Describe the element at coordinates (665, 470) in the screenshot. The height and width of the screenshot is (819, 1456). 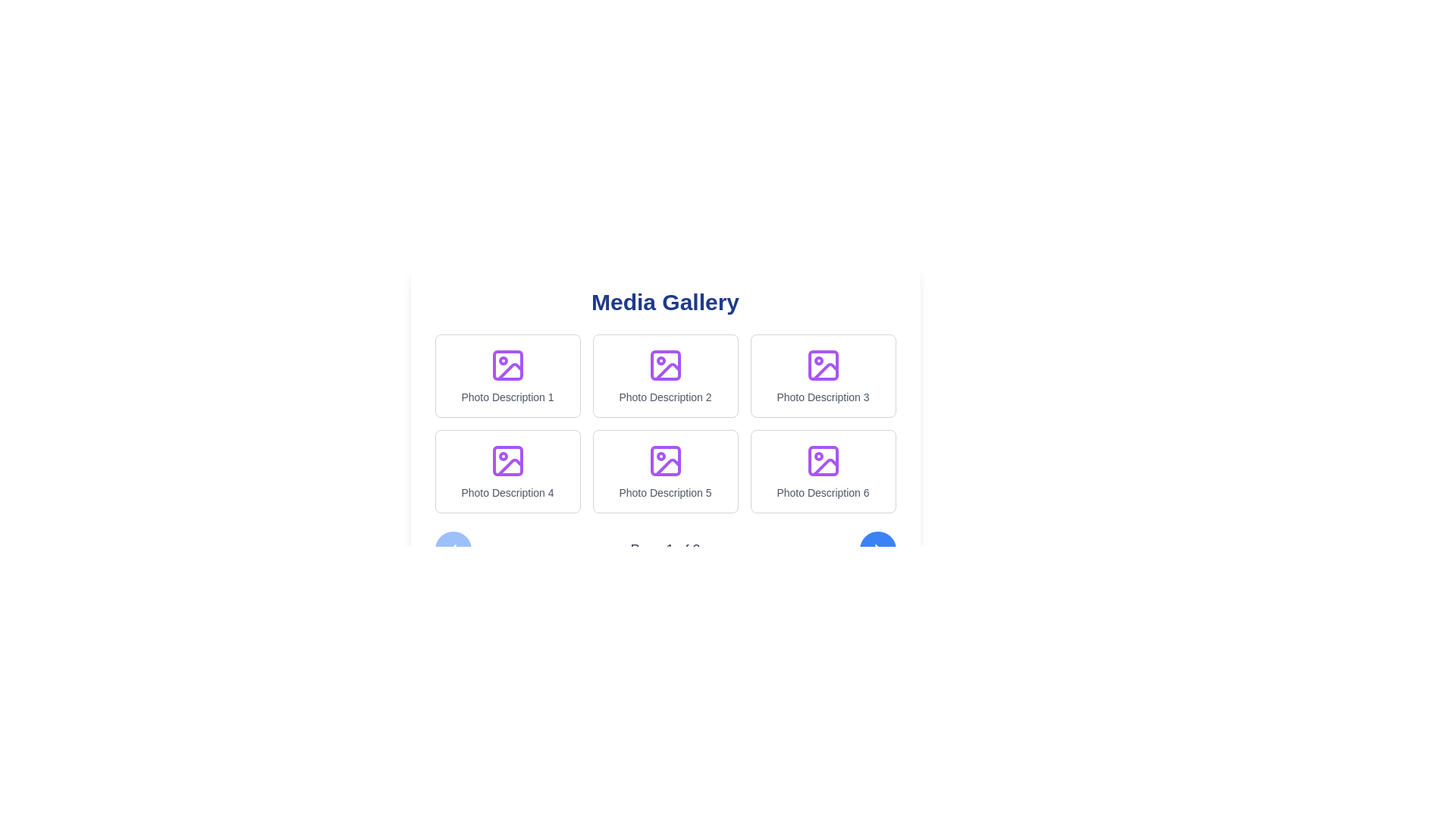
I see `the card component with a white background and gray border that contains the purple icon and the text 'Photo Description 5' in the second column of the second row` at that location.